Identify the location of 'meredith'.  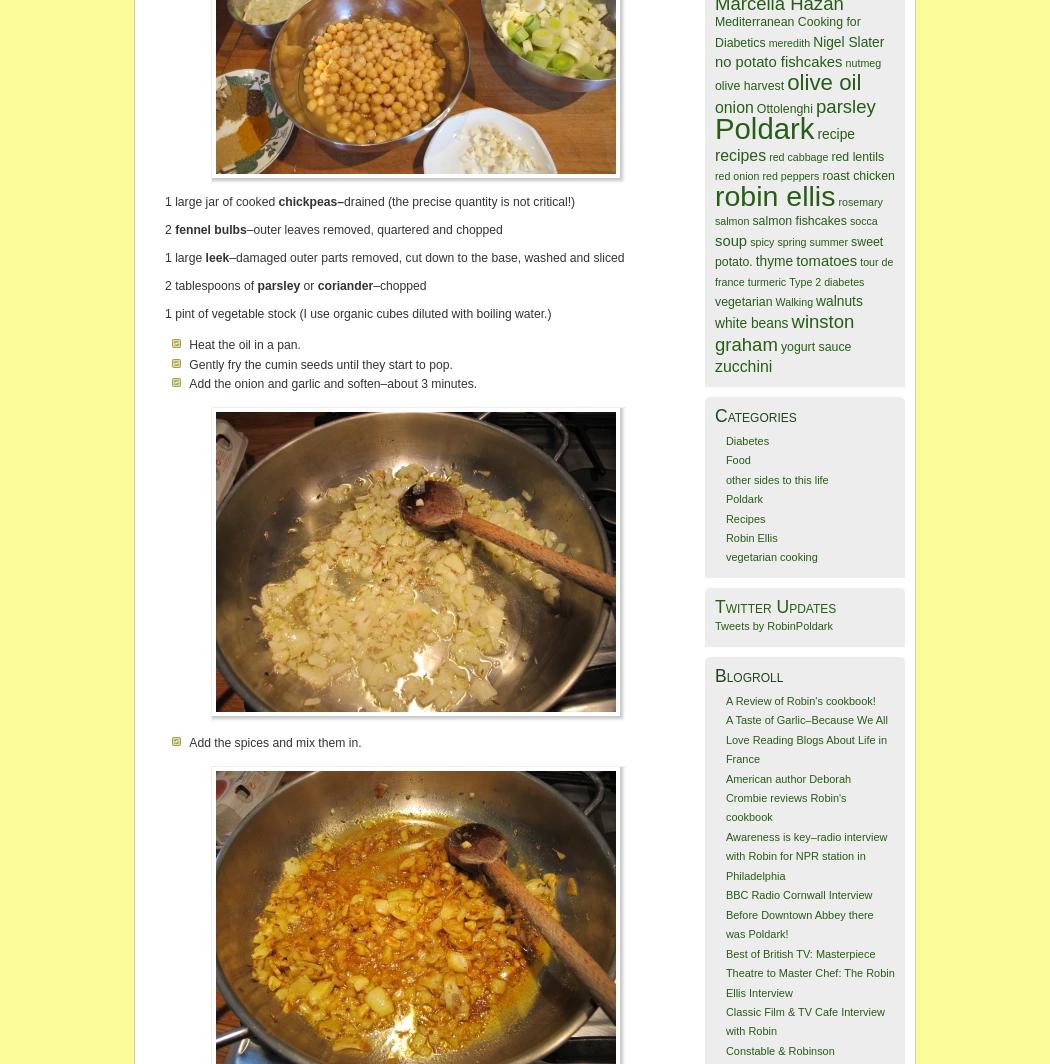
(767, 42).